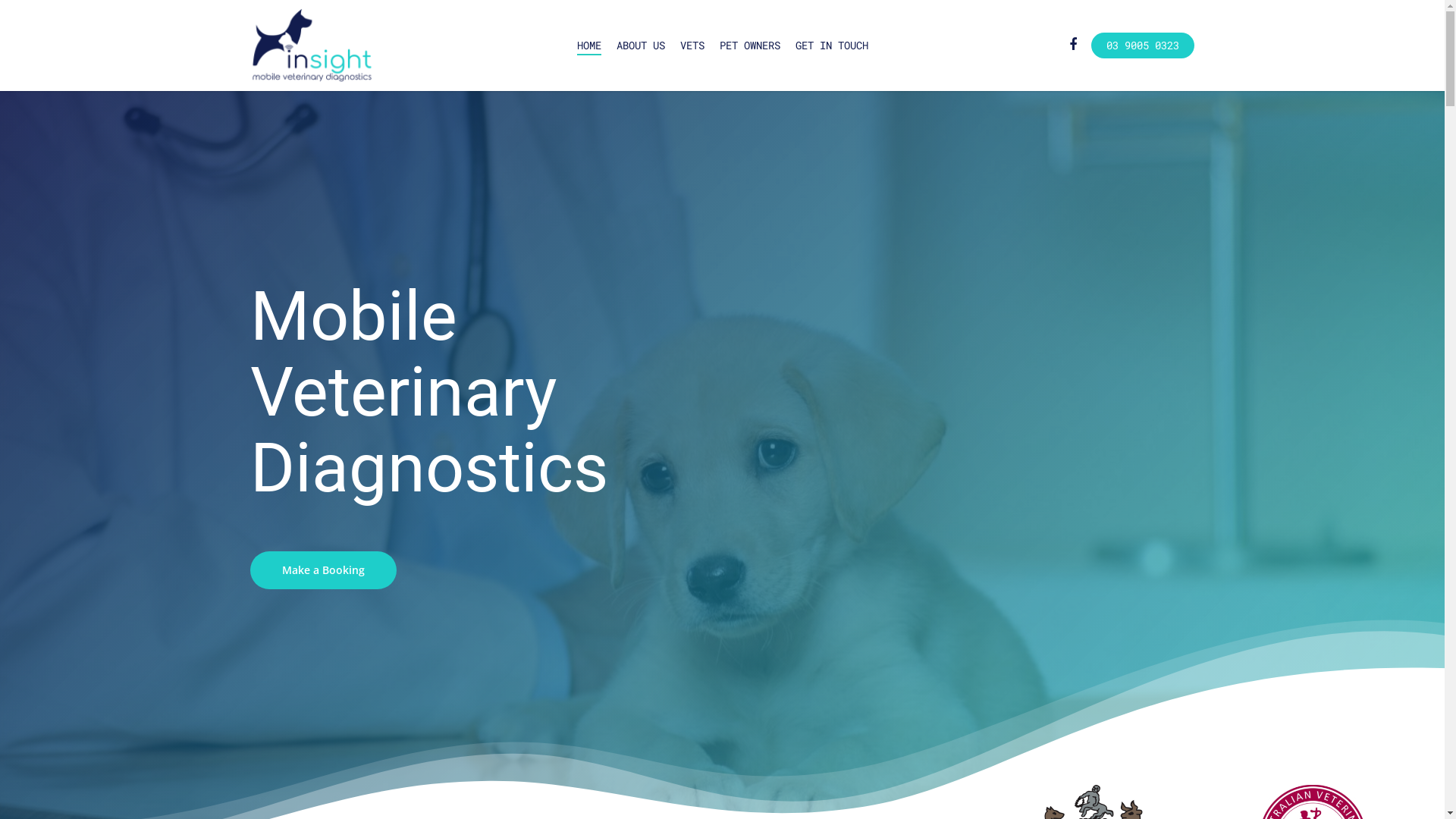  I want to click on 'Make a Booking', so click(322, 570).